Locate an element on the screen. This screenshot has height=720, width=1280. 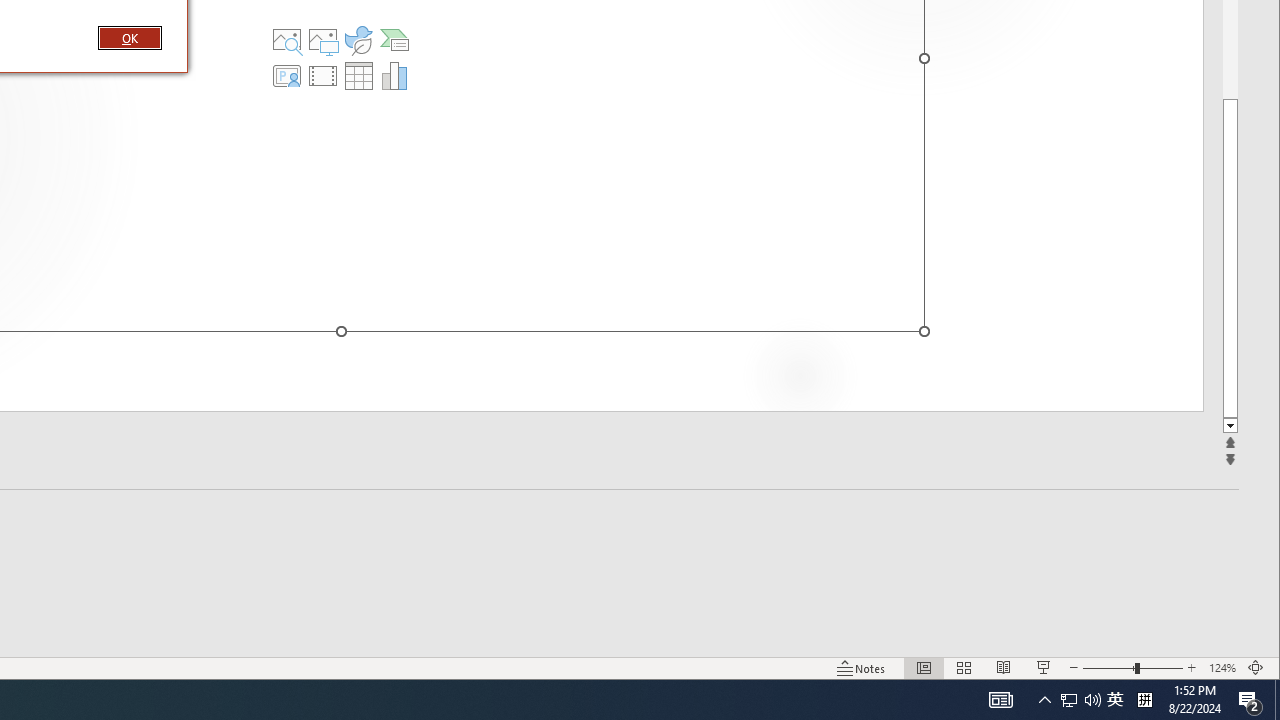
'Show desktop' is located at coordinates (1276, 698).